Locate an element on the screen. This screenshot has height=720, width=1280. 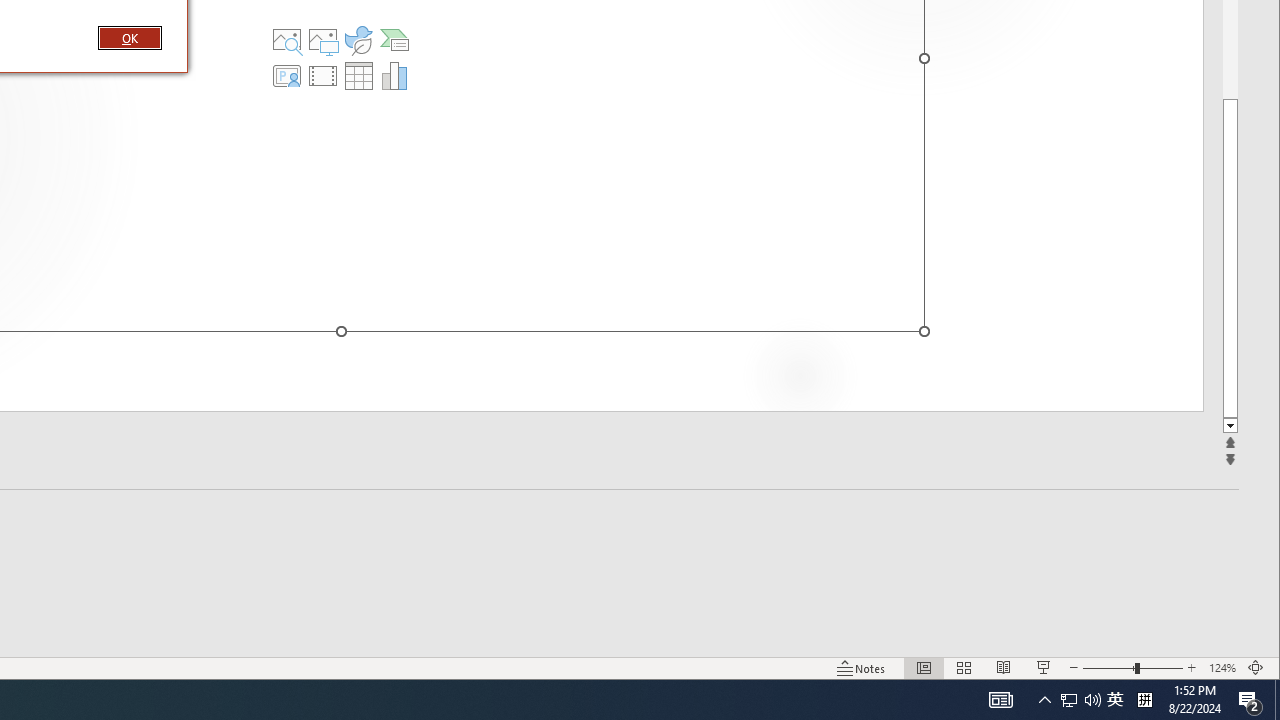
'Show desktop' is located at coordinates (1276, 698).